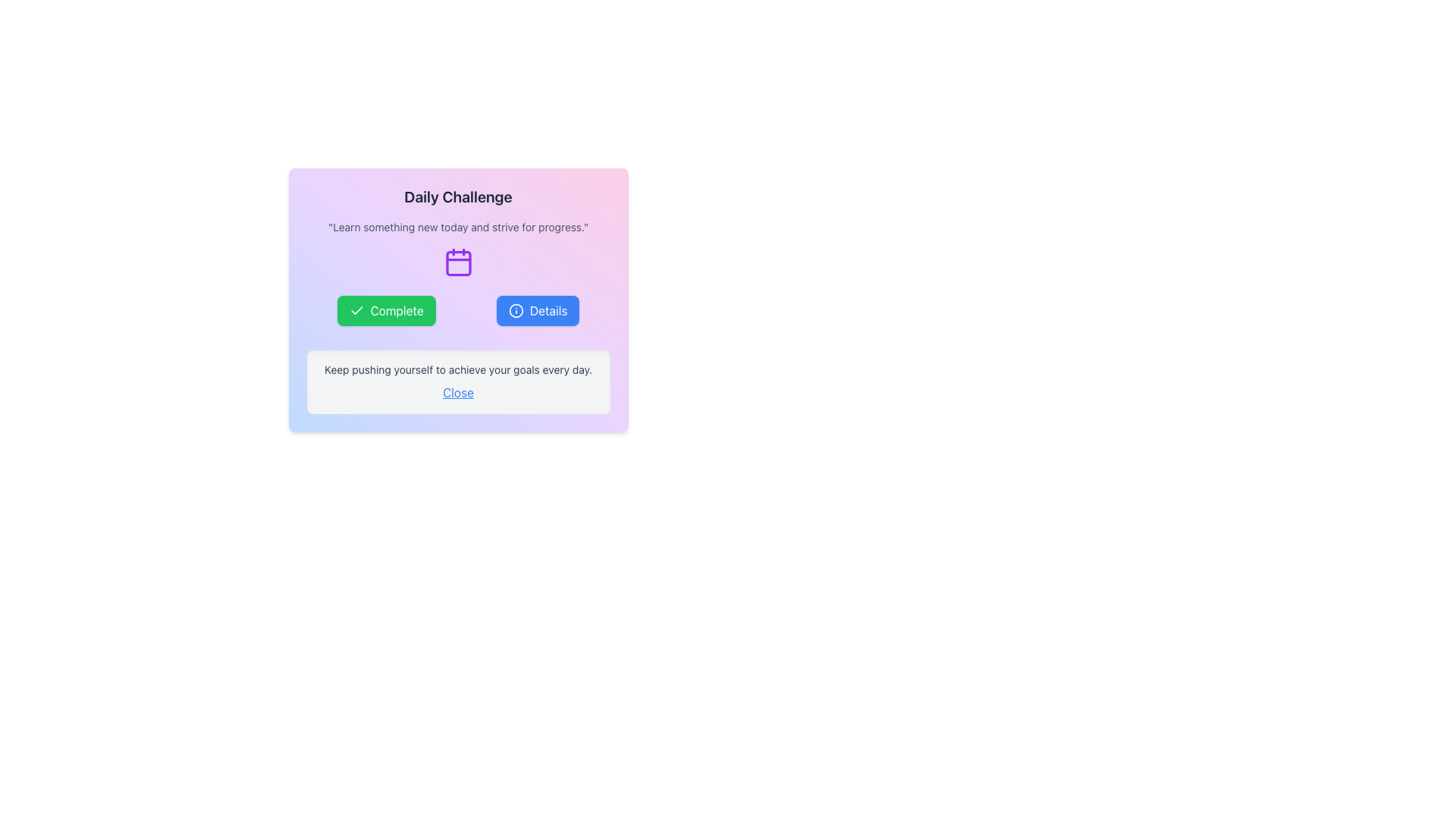 The width and height of the screenshot is (1456, 819). Describe the element at coordinates (356, 309) in the screenshot. I see `the checkmark icon located inside the green 'Complete' button on the left side of the button group beneath the 'Daily Challenge' heading` at that location.